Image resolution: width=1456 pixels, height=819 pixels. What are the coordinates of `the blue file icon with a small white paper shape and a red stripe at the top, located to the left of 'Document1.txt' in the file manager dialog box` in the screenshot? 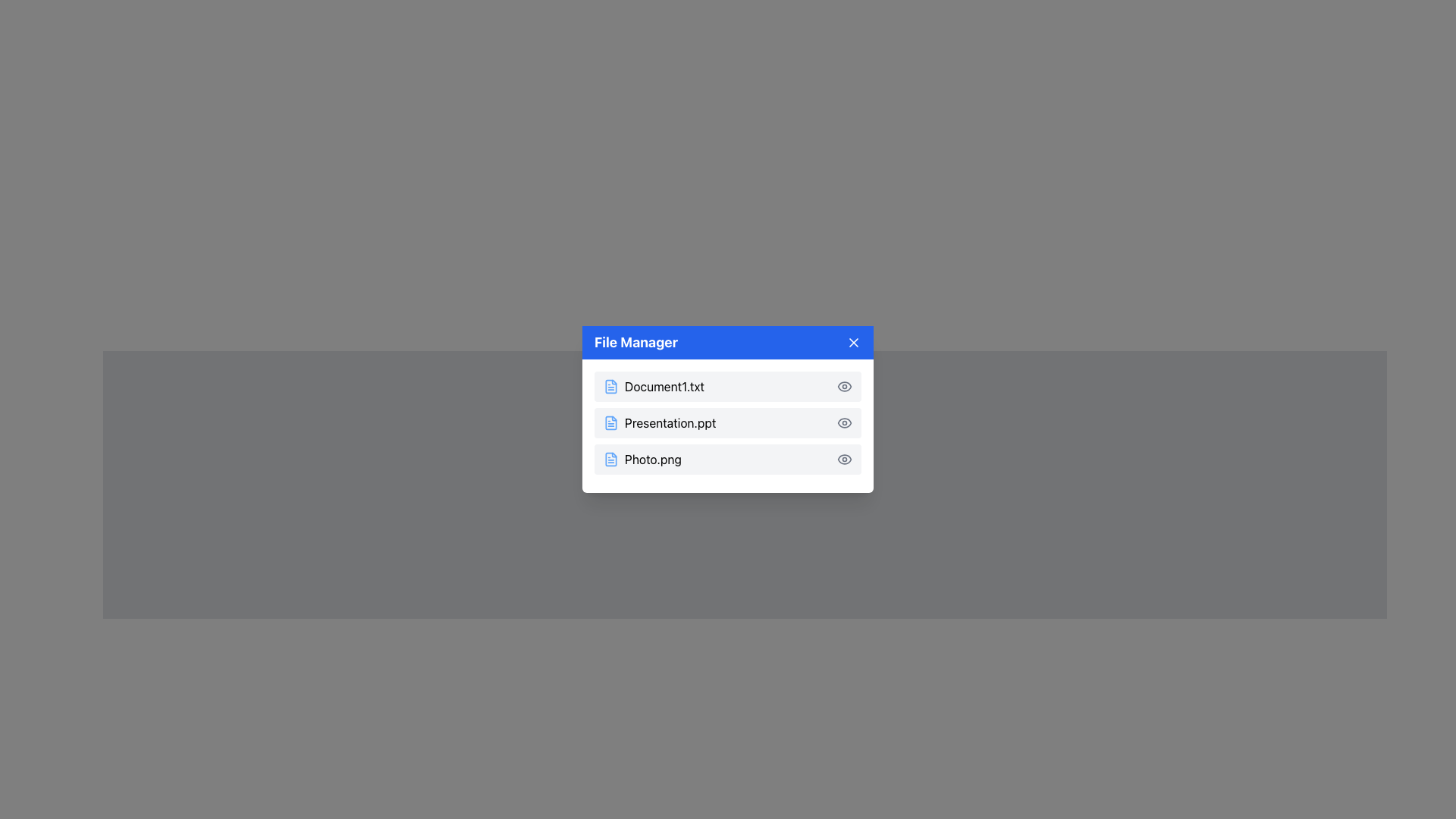 It's located at (611, 385).